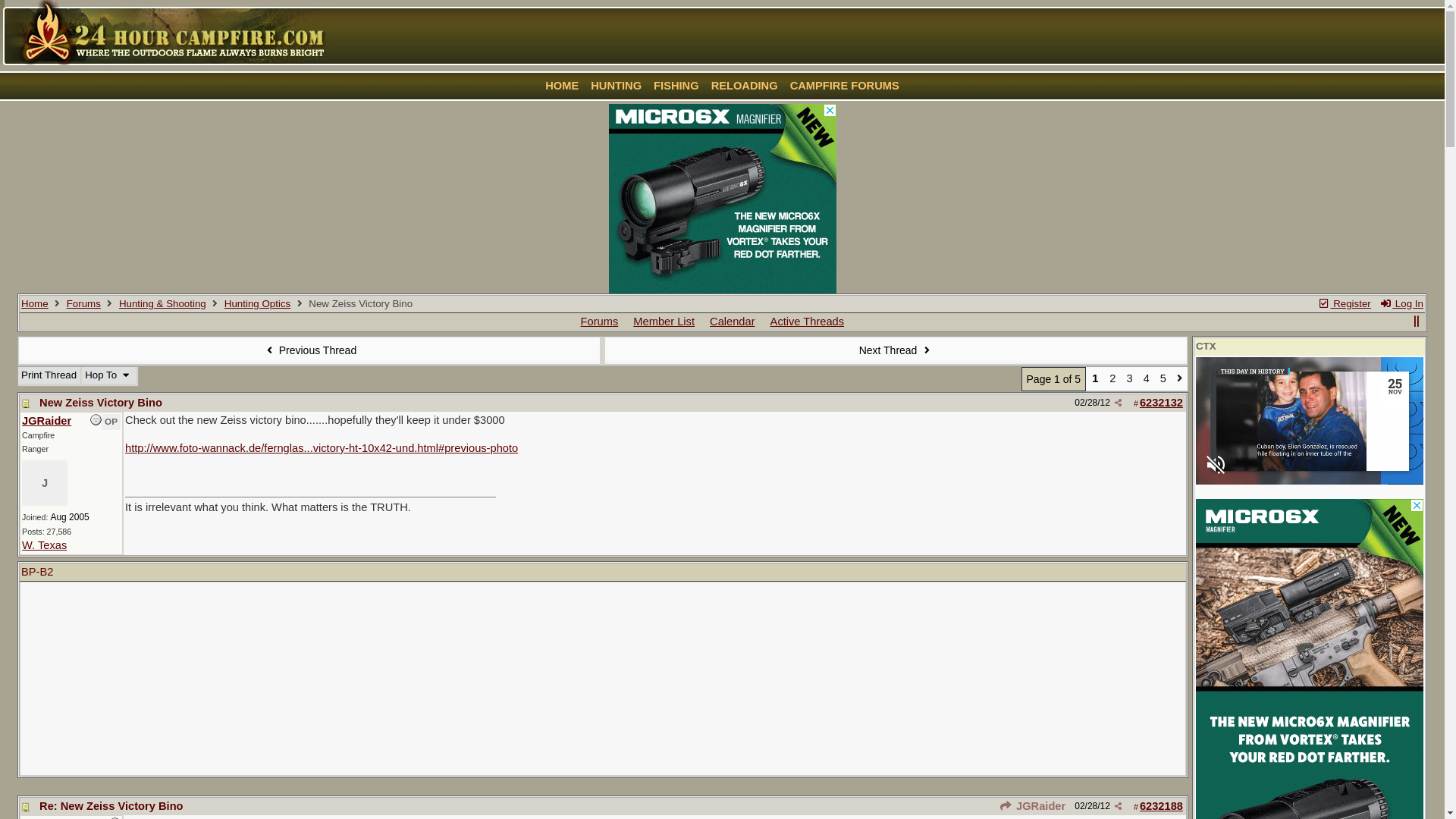 The height and width of the screenshot is (819, 1456). Describe the element at coordinates (257, 303) in the screenshot. I see `'Hunting Optics'` at that location.